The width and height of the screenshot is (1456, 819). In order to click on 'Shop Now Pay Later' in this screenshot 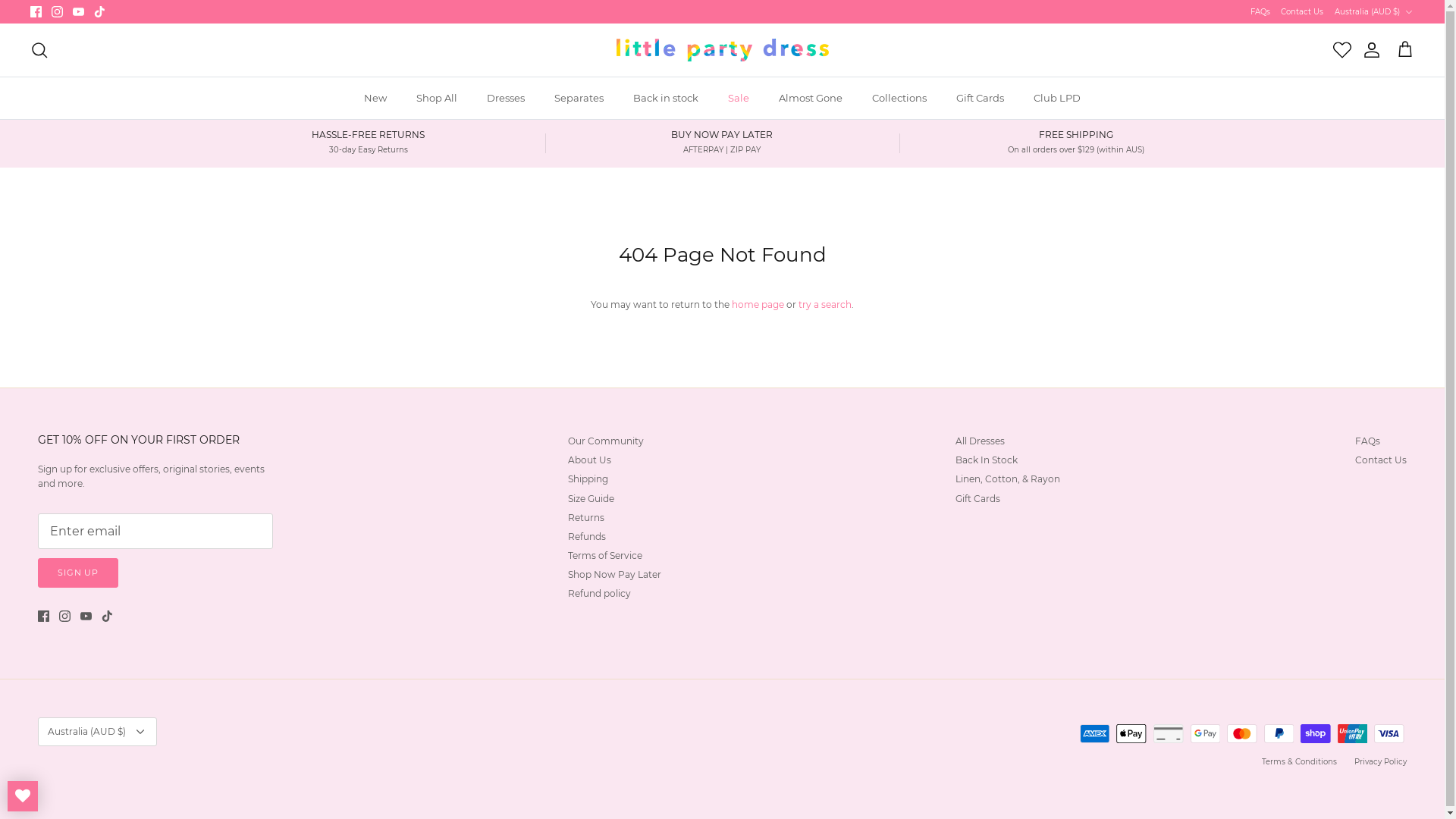, I will do `click(614, 574)`.